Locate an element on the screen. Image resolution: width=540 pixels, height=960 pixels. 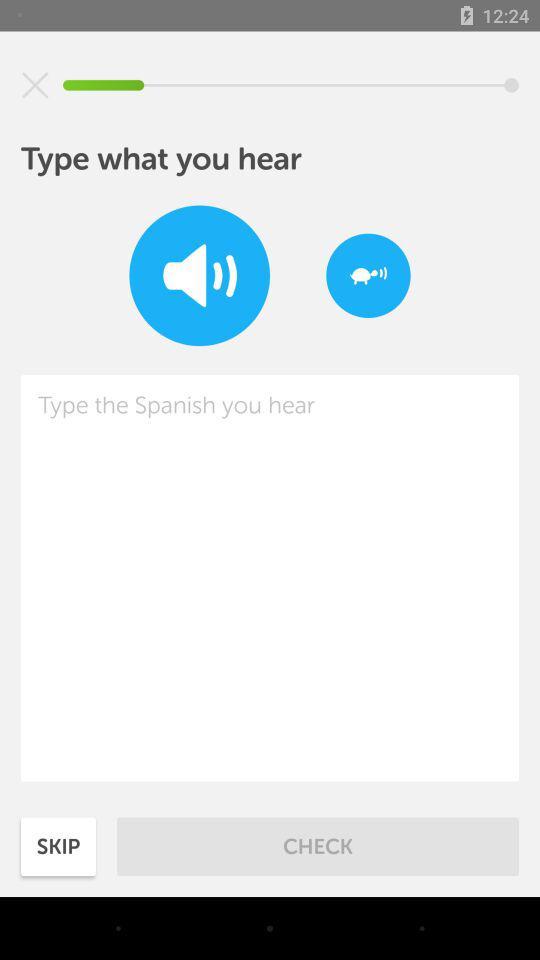
the skip is located at coordinates (58, 845).